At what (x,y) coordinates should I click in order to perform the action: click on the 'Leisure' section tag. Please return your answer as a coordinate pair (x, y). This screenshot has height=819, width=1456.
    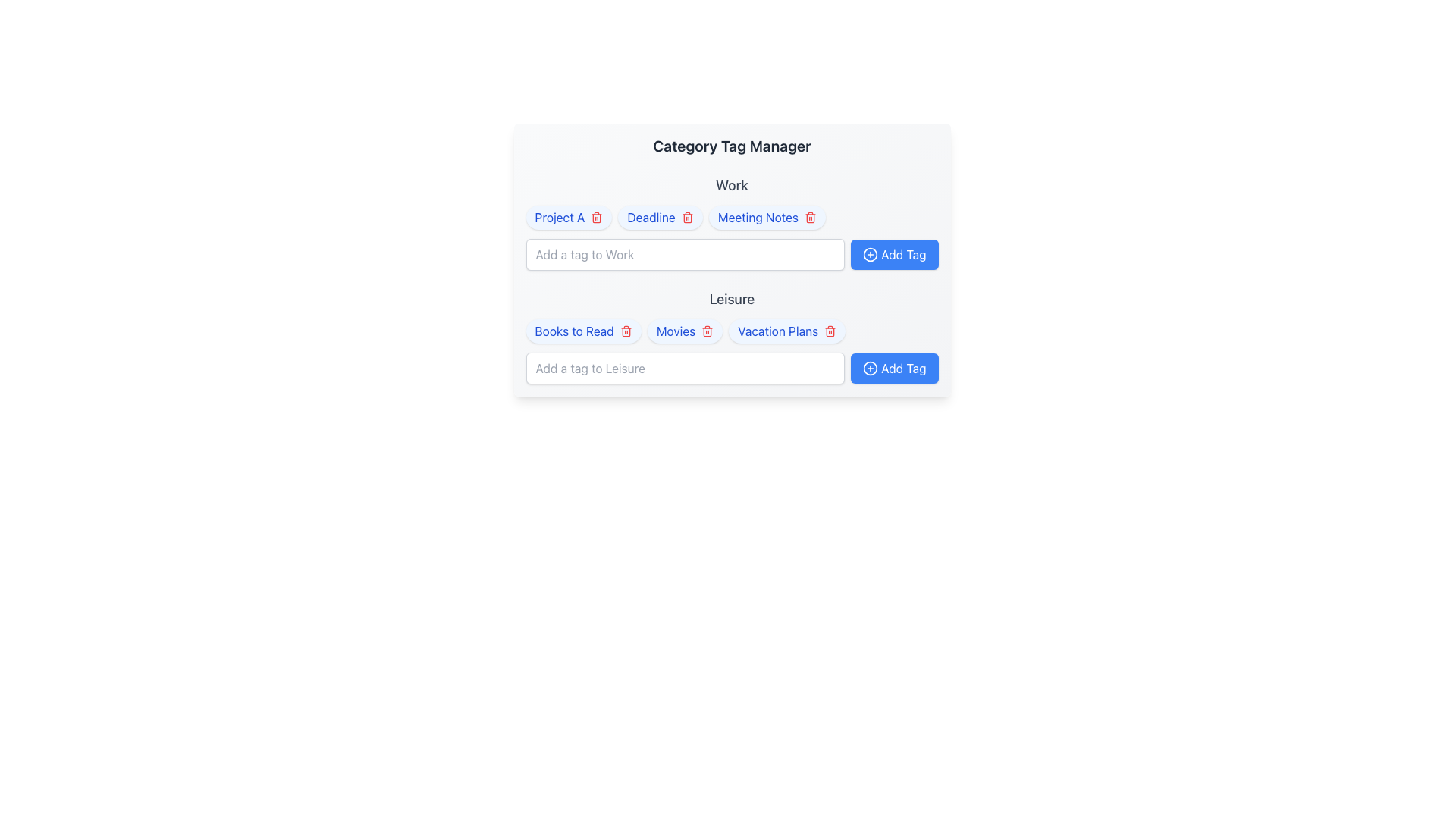
    Looking at the image, I should click on (732, 335).